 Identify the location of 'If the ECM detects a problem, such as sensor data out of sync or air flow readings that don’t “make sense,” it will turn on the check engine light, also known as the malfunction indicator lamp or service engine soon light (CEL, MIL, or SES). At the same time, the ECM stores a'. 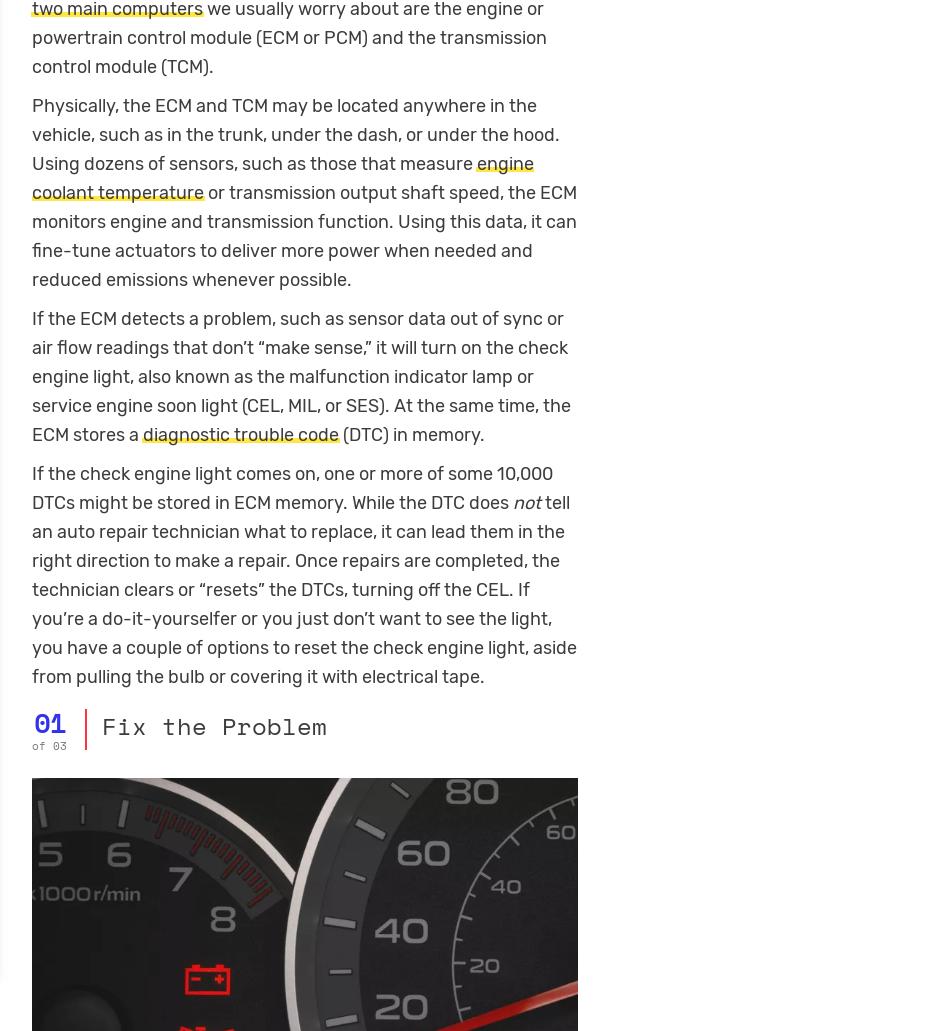
(32, 376).